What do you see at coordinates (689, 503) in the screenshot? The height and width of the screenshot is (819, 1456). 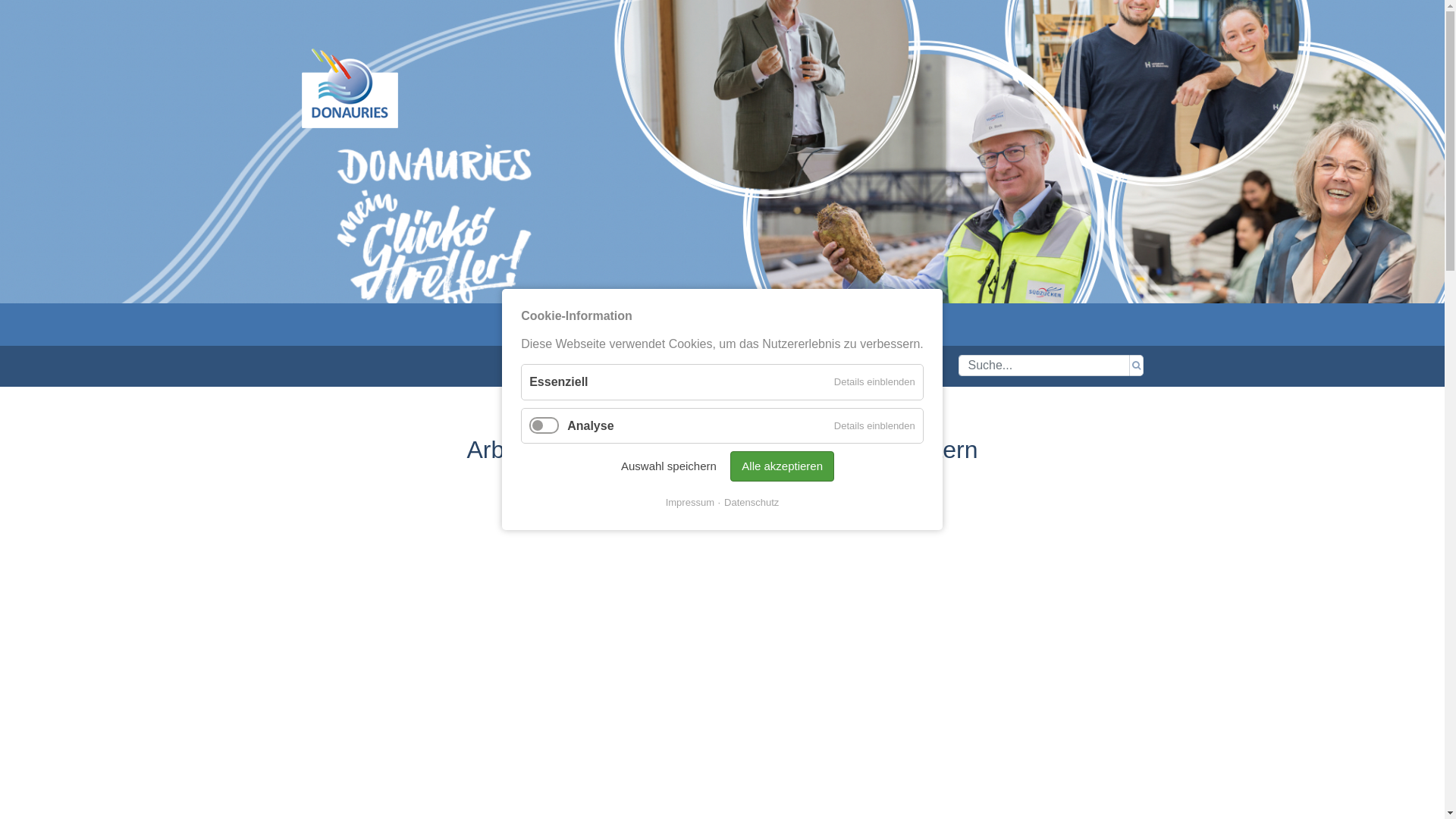 I see `'Impressum'` at bounding box center [689, 503].